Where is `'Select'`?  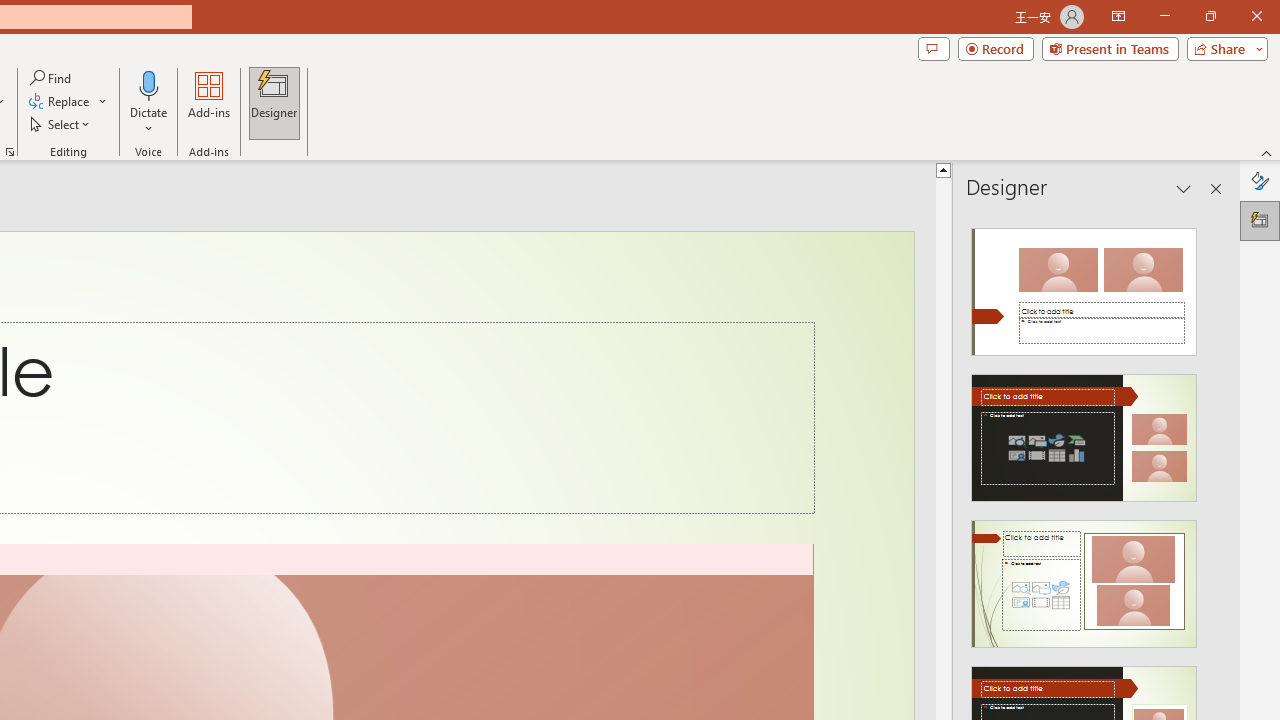 'Select' is located at coordinates (61, 124).